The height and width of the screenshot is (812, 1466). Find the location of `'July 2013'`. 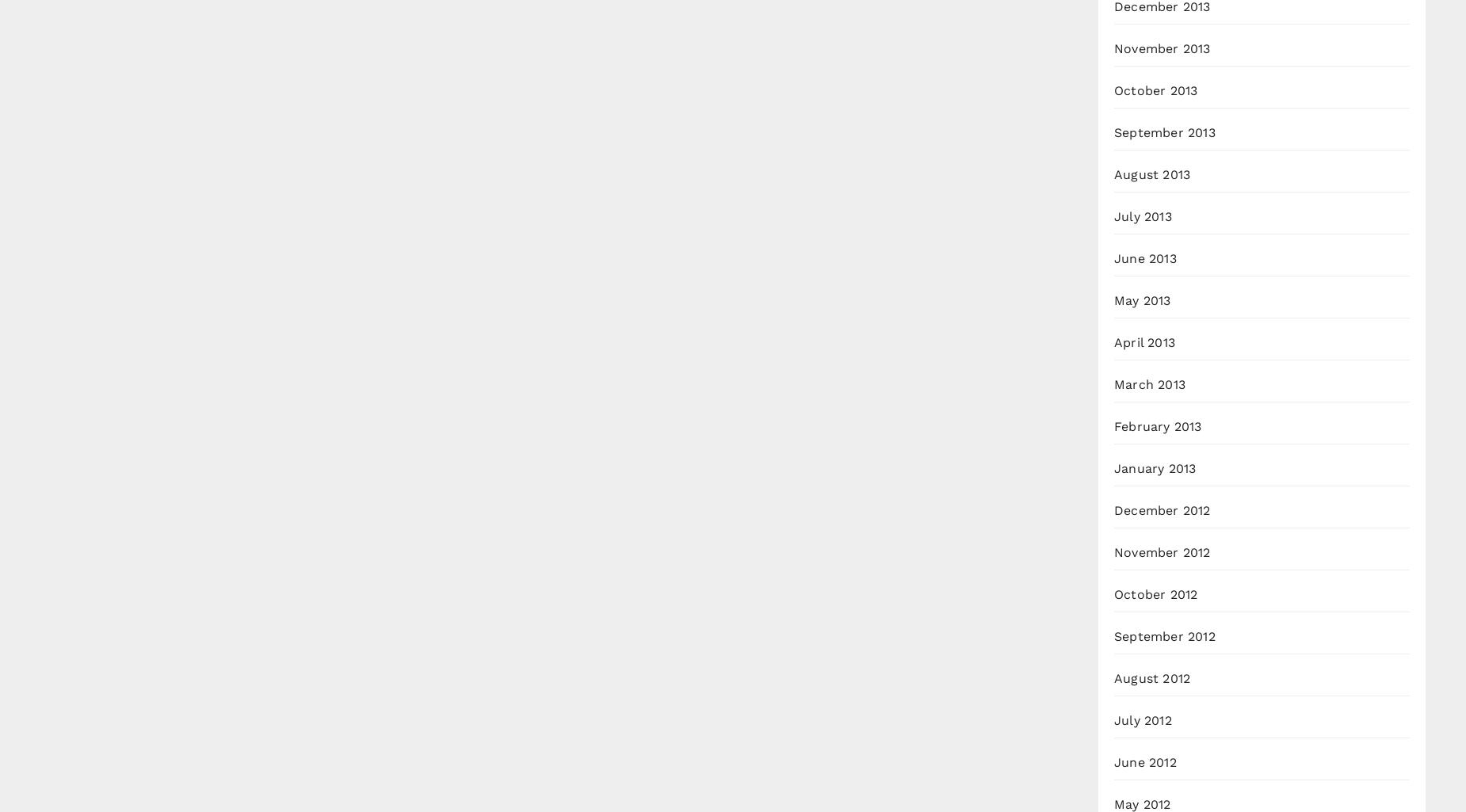

'July 2013' is located at coordinates (1143, 215).